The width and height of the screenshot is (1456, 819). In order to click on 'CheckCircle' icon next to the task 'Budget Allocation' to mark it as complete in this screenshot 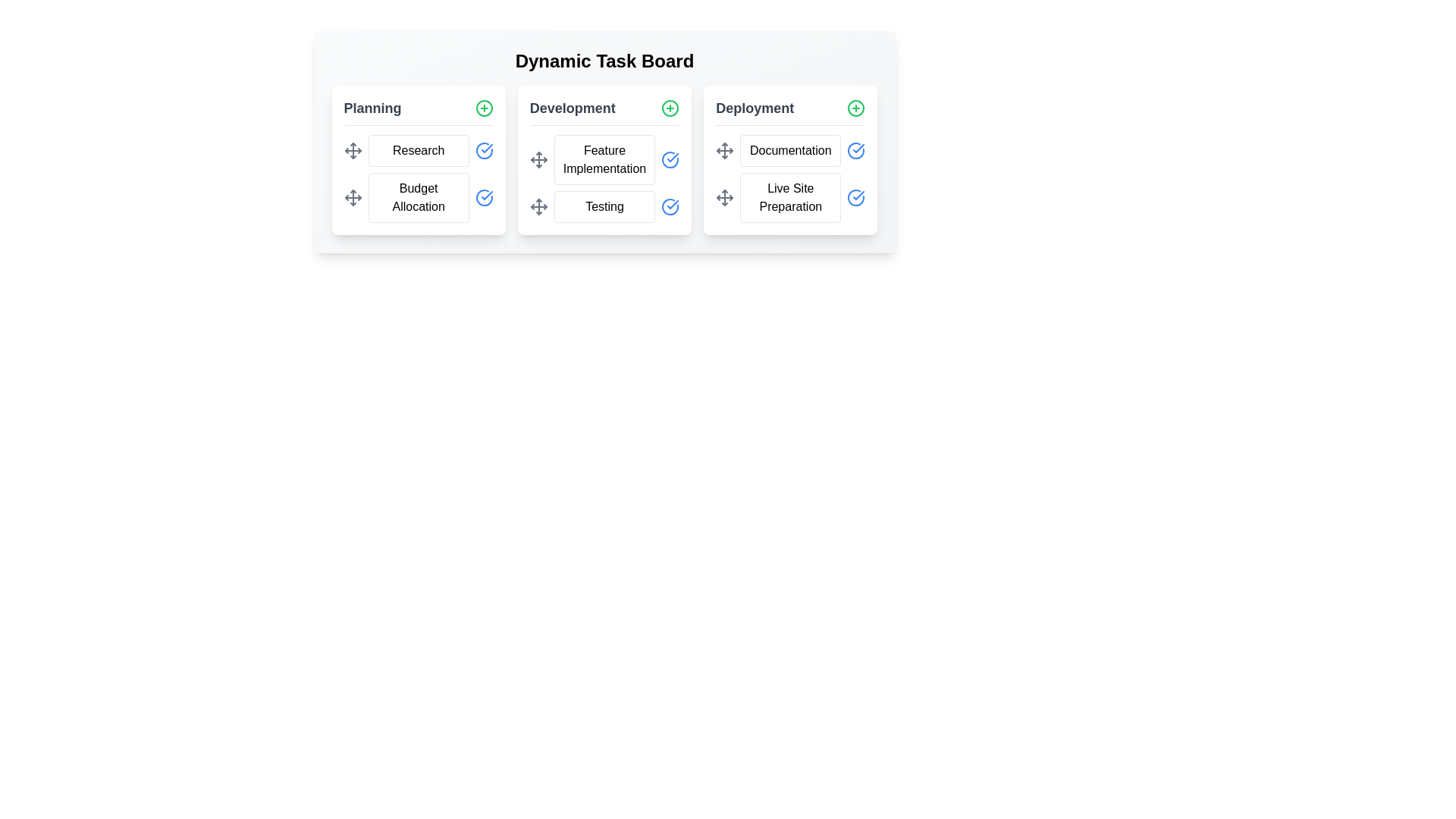, I will do `click(483, 197)`.